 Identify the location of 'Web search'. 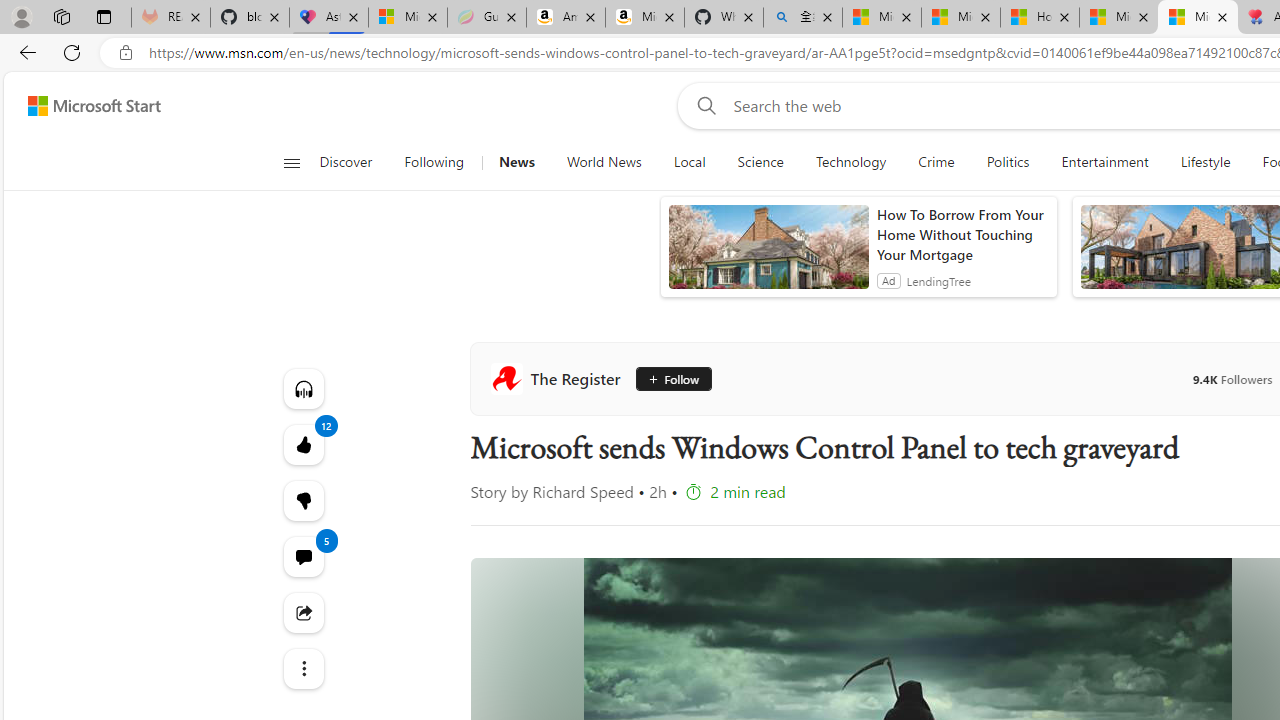
(702, 105).